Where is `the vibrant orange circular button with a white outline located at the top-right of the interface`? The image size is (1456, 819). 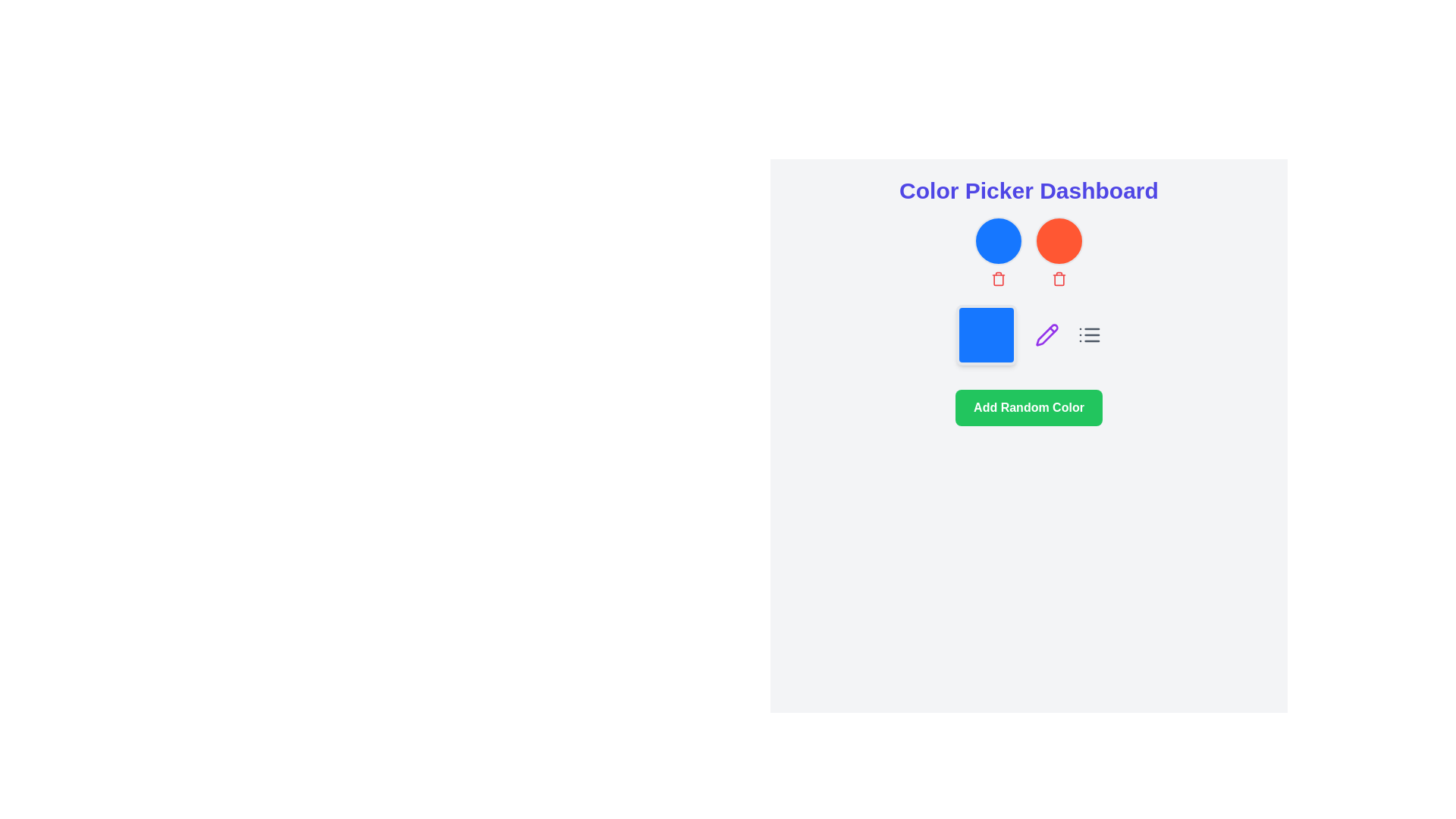 the vibrant orange circular button with a white outline located at the top-right of the interface is located at coordinates (1058, 240).